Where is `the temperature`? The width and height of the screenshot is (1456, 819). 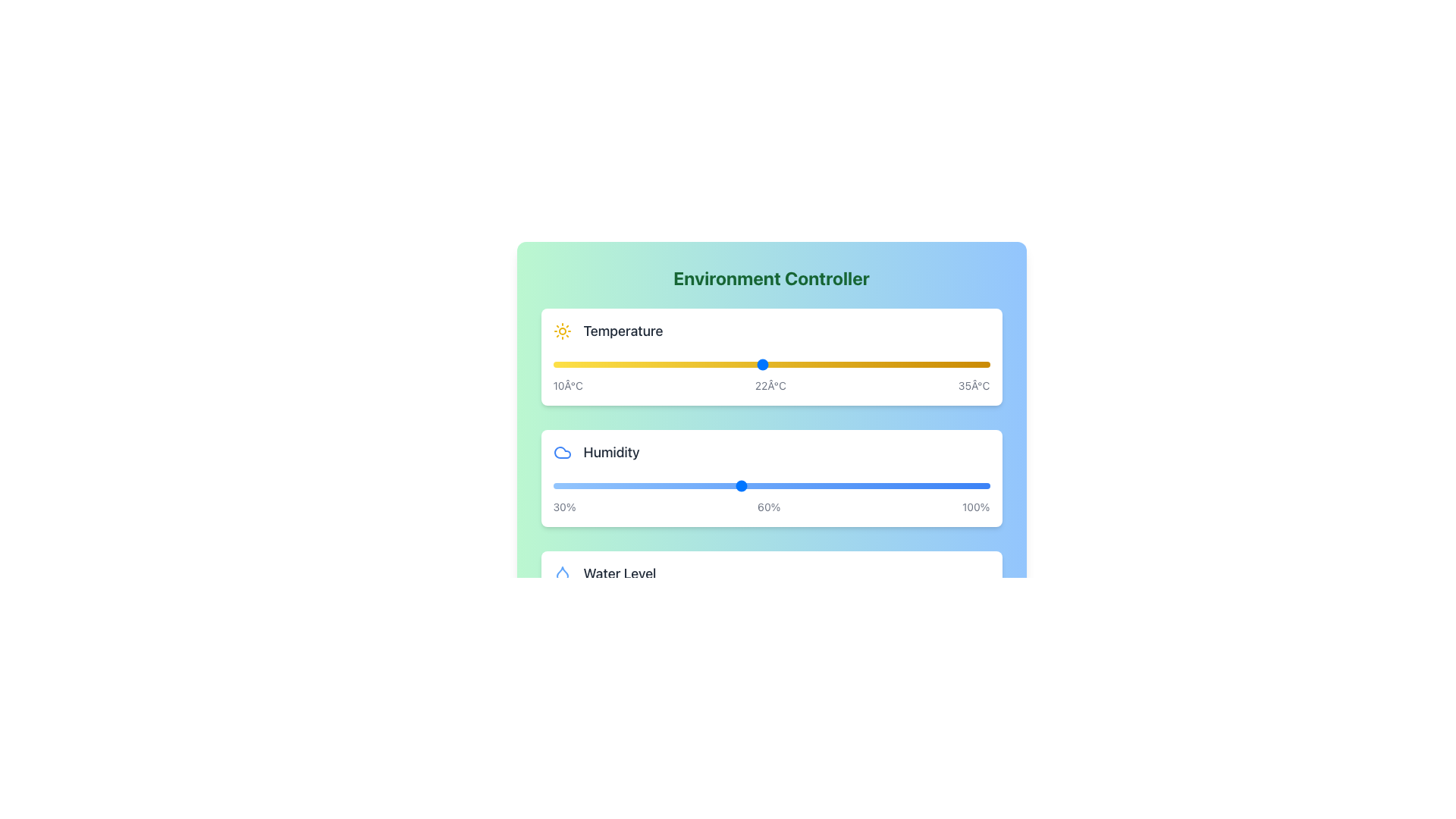 the temperature is located at coordinates (762, 365).